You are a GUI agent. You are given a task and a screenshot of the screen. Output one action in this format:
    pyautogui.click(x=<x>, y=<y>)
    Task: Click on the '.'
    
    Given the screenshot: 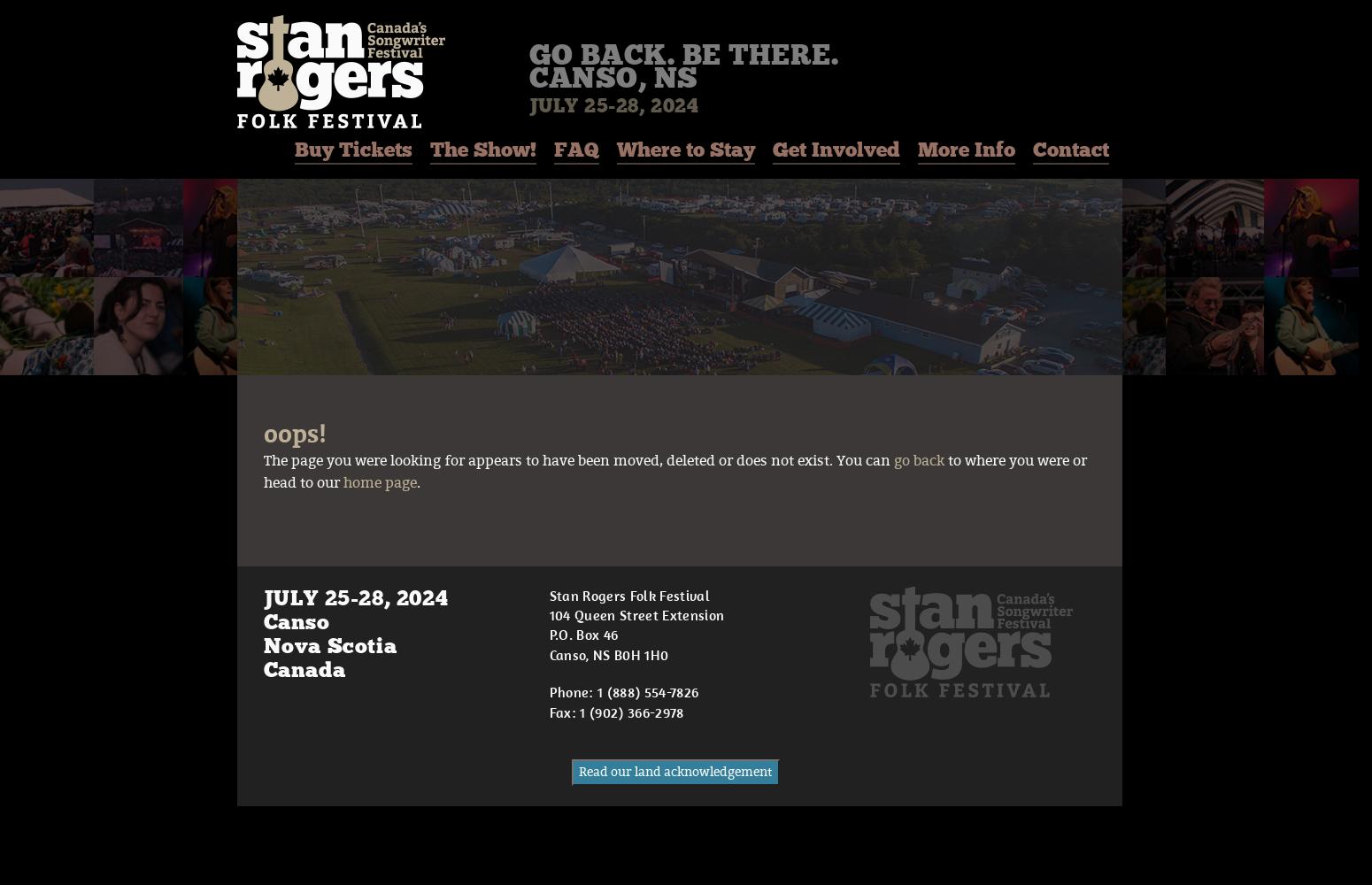 What is the action you would take?
    pyautogui.click(x=416, y=483)
    